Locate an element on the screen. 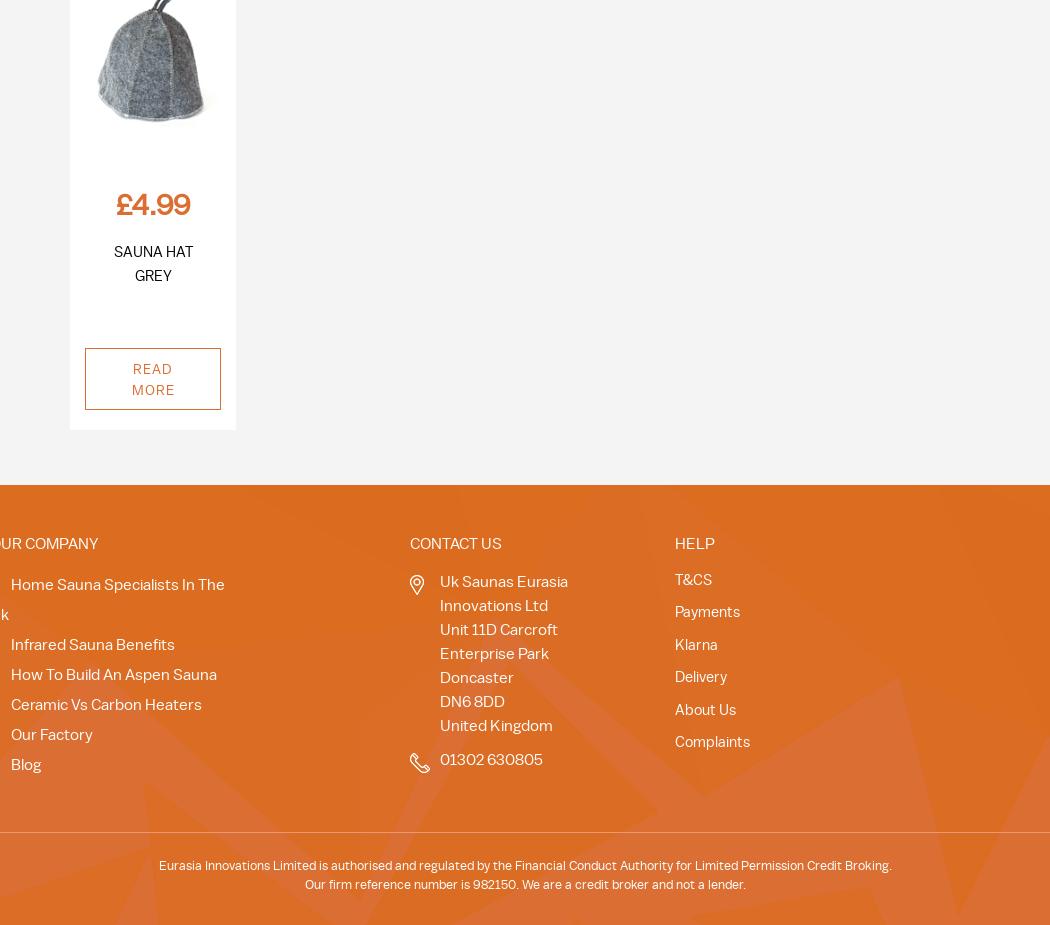 This screenshot has width=1050, height=925. 'Read More' is located at coordinates (152, 379).